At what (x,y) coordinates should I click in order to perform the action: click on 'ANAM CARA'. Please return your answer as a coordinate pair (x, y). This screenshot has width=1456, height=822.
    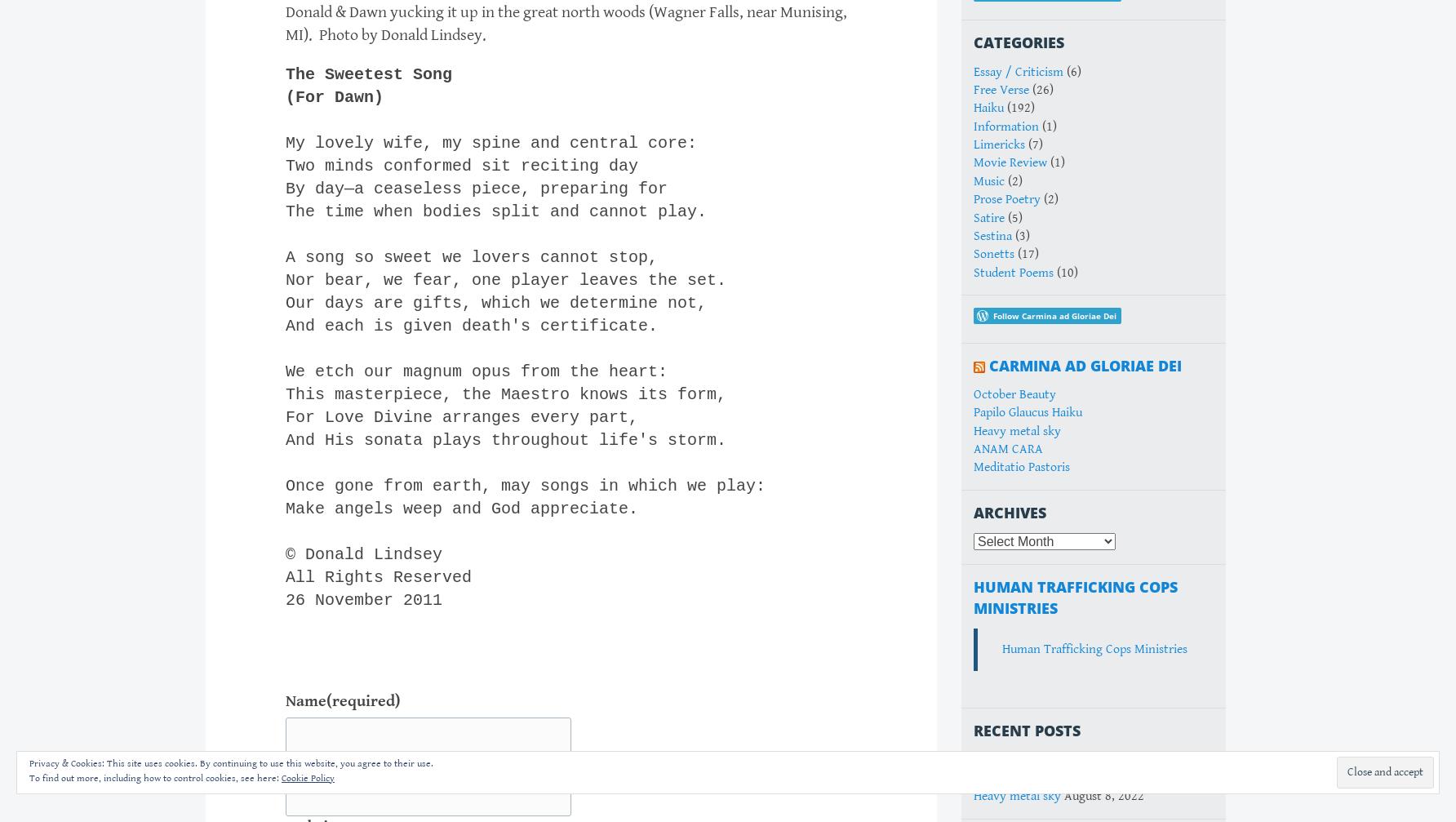
    Looking at the image, I should click on (1007, 448).